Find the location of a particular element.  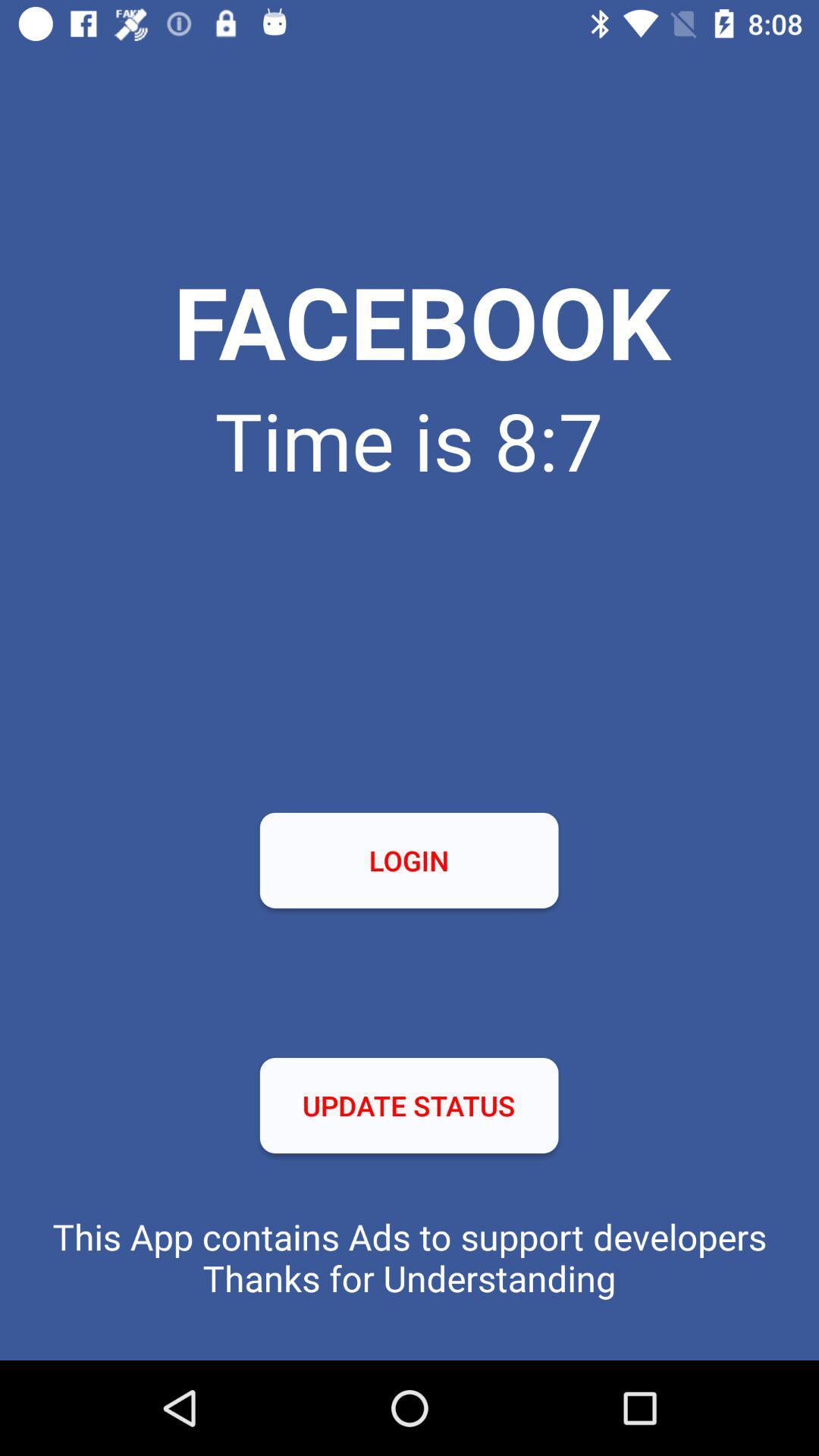

the icon at the center is located at coordinates (408, 860).